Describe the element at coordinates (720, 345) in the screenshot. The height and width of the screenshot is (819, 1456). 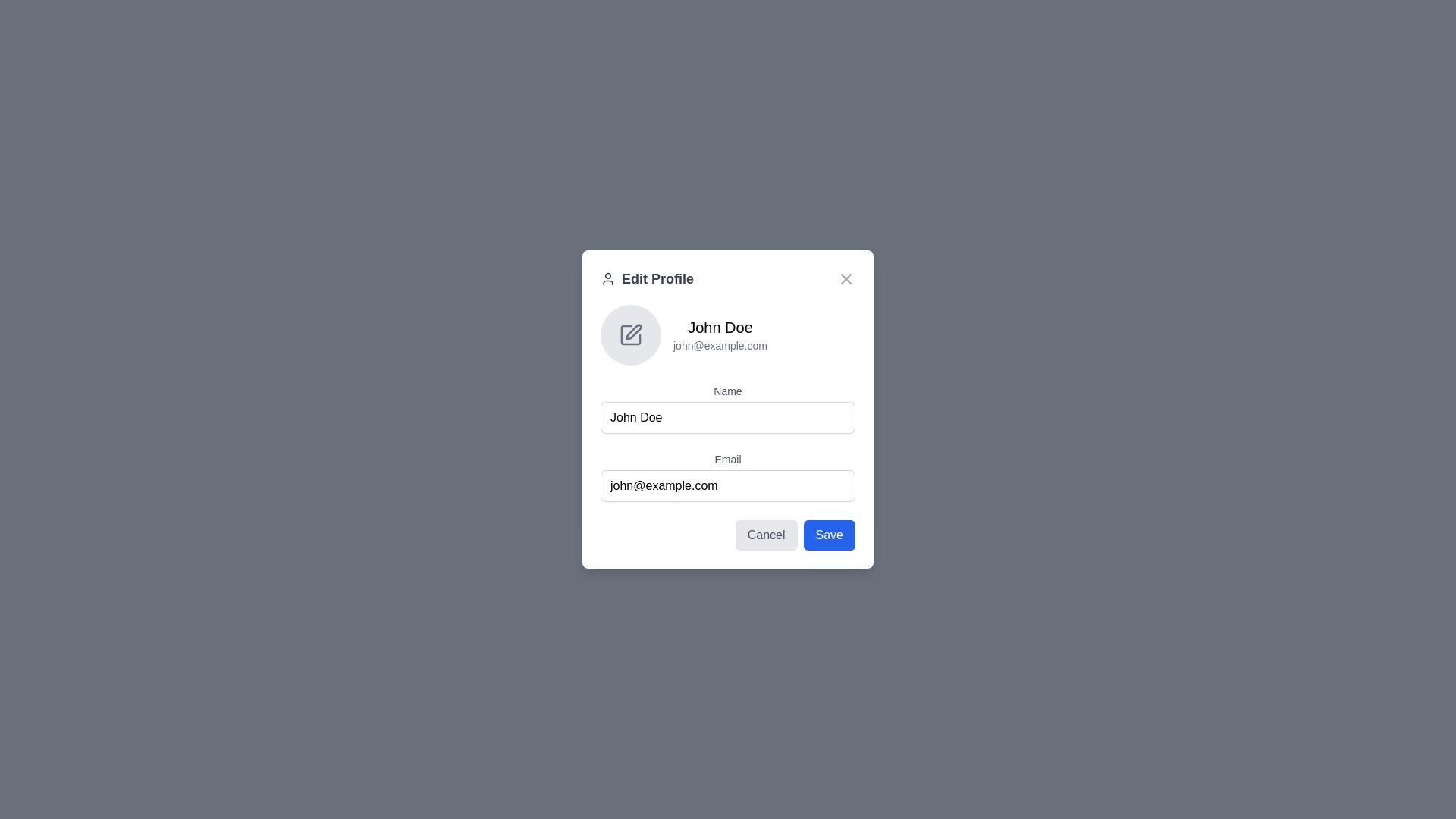
I see `the informational text label displaying the email address of user 'John Doe' within the 'Edit Profile' modal` at that location.